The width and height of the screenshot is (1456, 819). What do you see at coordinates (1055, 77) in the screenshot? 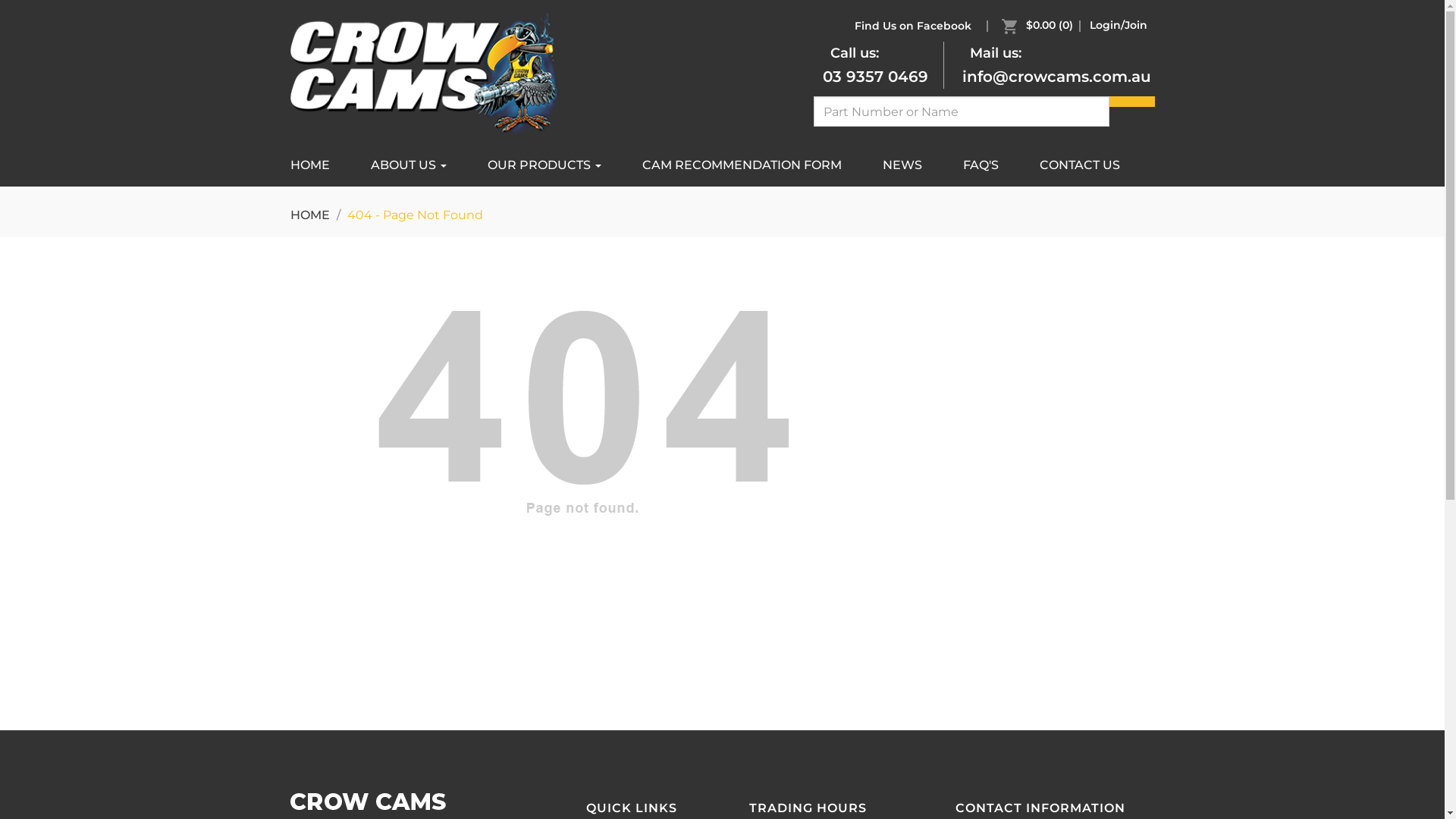
I see `'info@crowcams.com.au'` at bounding box center [1055, 77].